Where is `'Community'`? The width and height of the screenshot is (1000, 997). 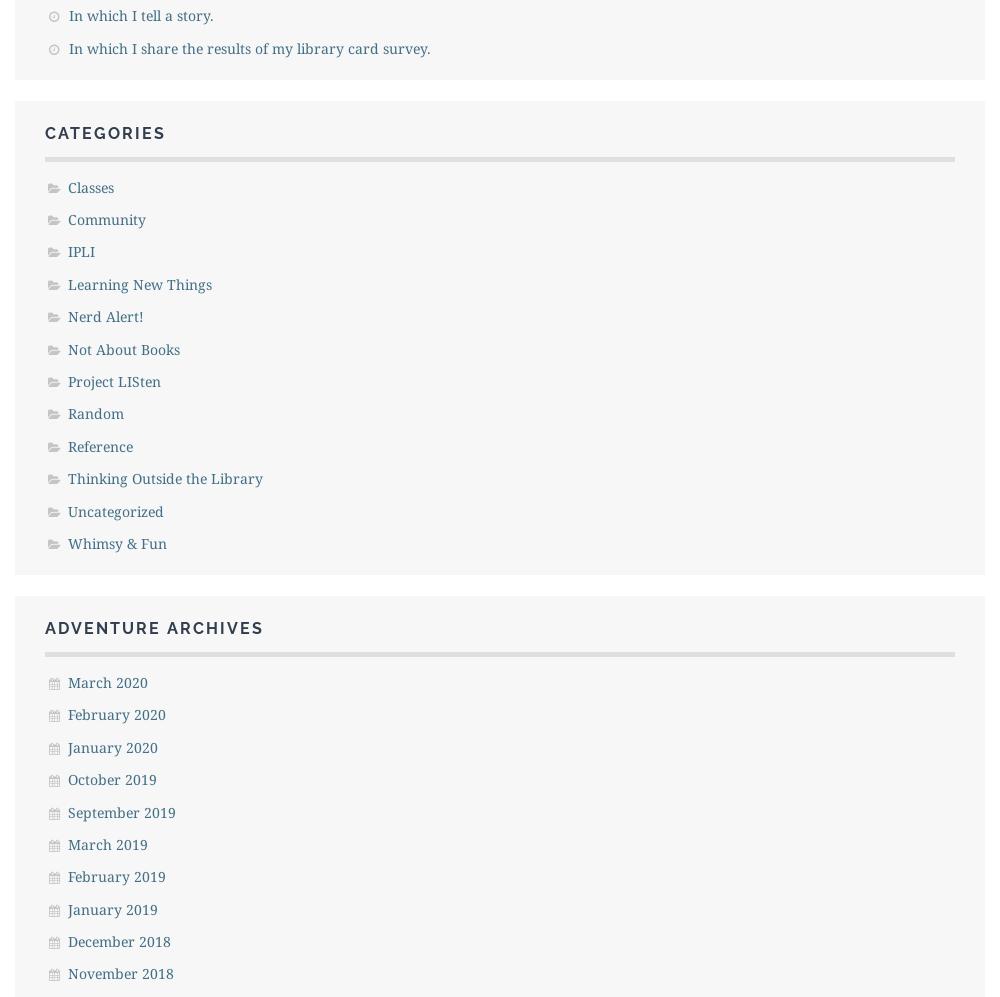
'Community' is located at coordinates (106, 219).